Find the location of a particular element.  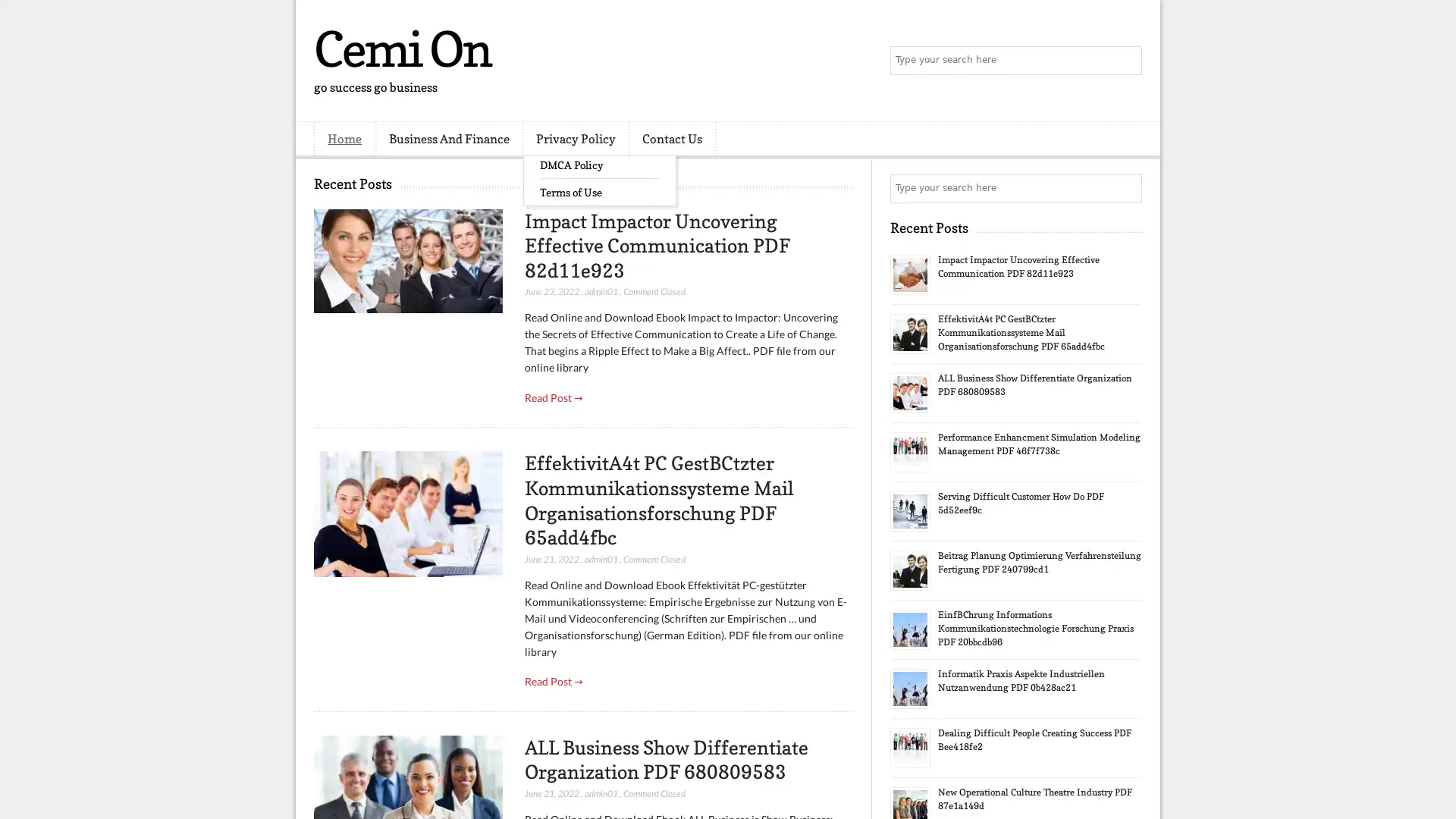

Search is located at coordinates (1126, 61).